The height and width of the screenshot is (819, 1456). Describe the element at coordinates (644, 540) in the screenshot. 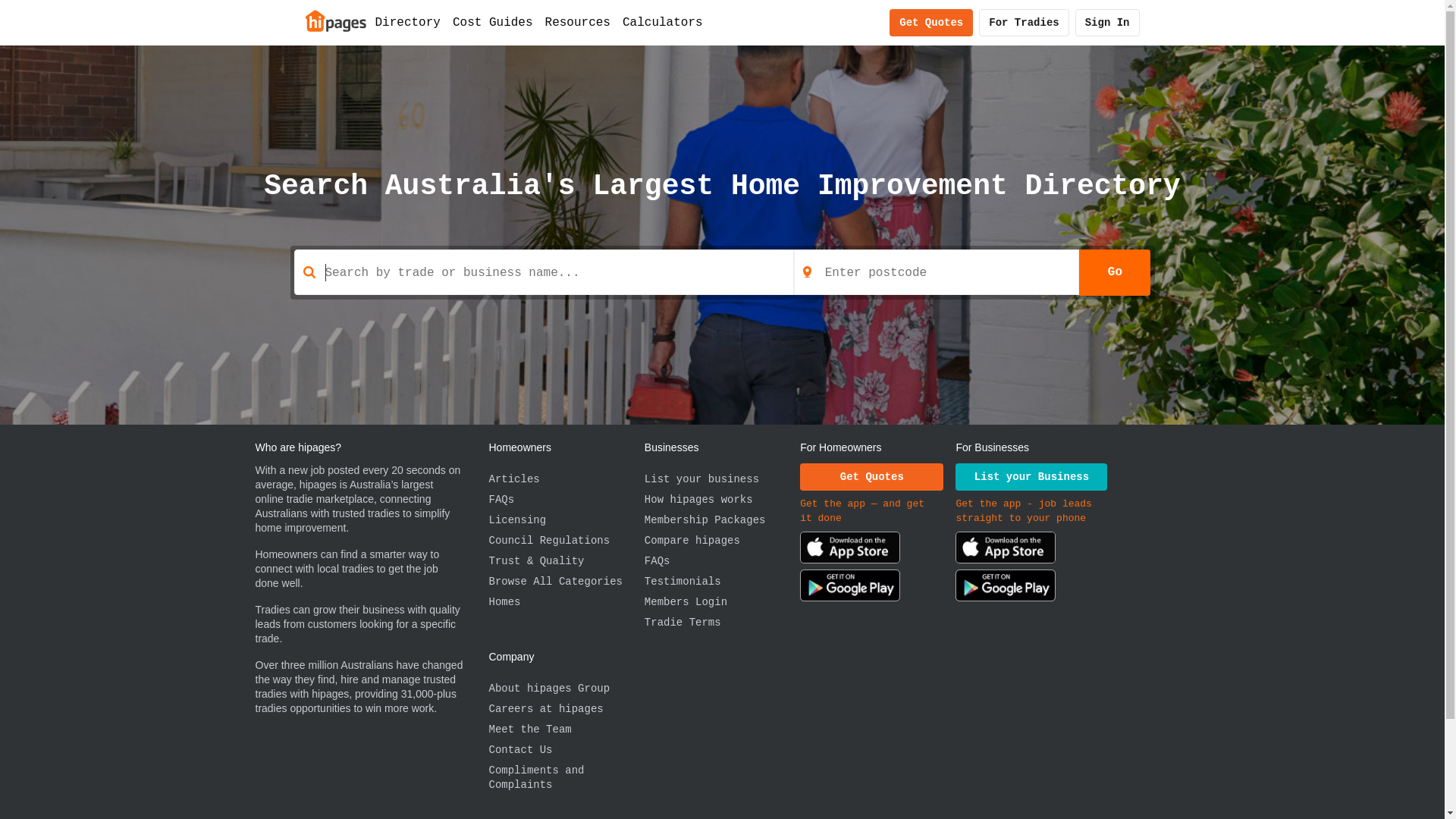

I see `'Compare hipages'` at that location.